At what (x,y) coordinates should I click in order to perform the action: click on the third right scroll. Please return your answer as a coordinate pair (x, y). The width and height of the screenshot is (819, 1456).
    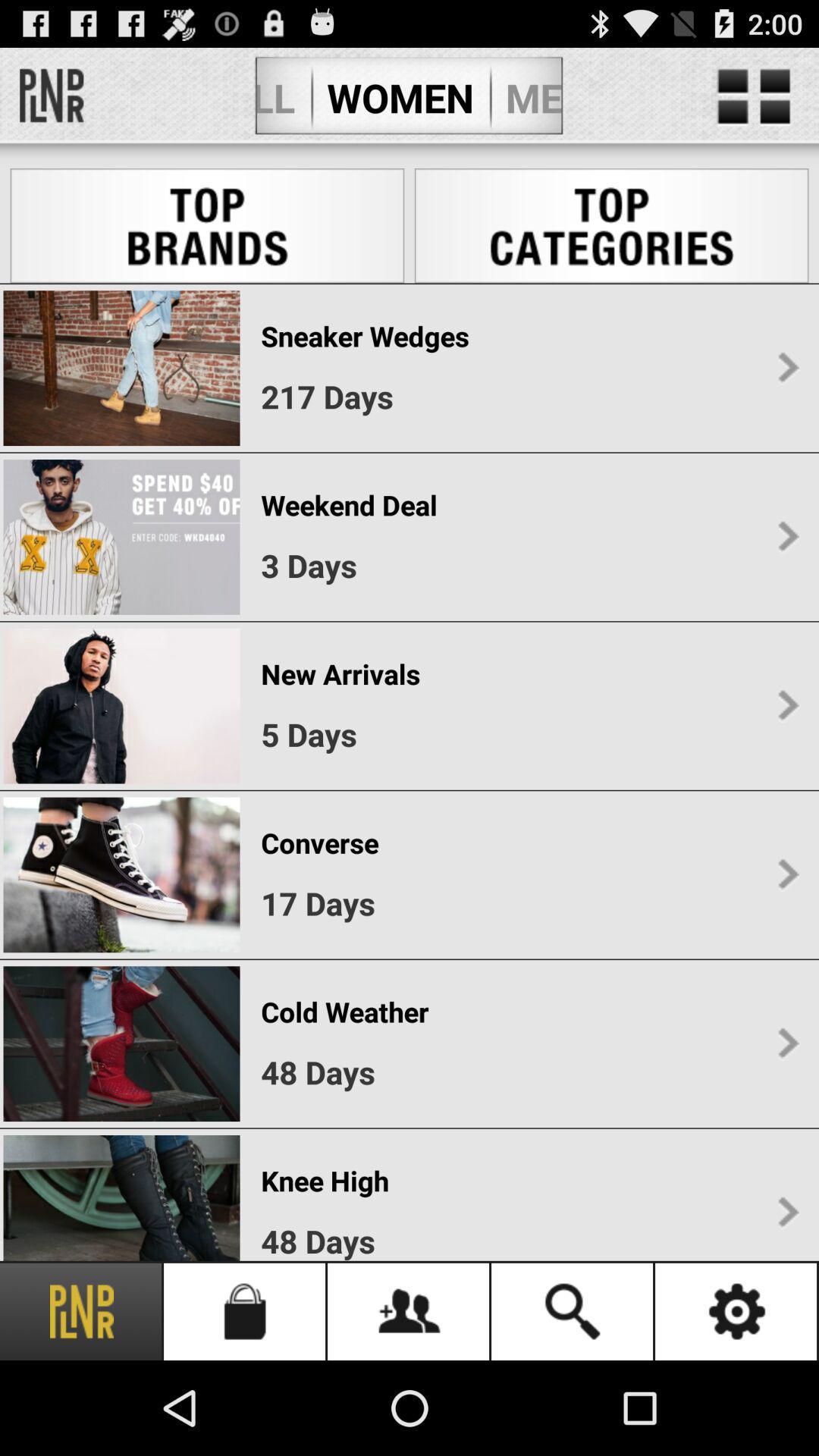
    Looking at the image, I should click on (787, 704).